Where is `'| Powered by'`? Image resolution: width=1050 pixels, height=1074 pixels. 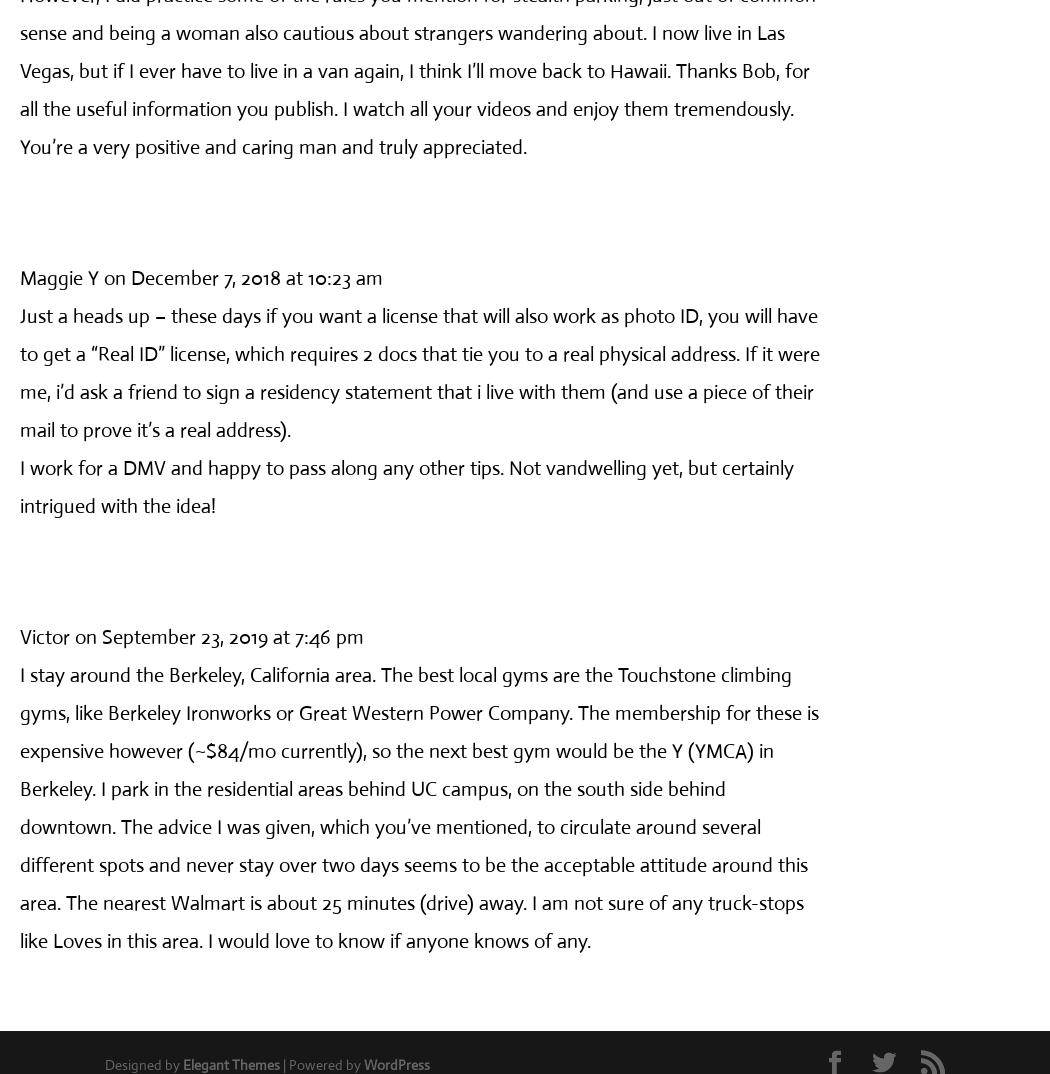
'| Powered by' is located at coordinates (322, 1064).